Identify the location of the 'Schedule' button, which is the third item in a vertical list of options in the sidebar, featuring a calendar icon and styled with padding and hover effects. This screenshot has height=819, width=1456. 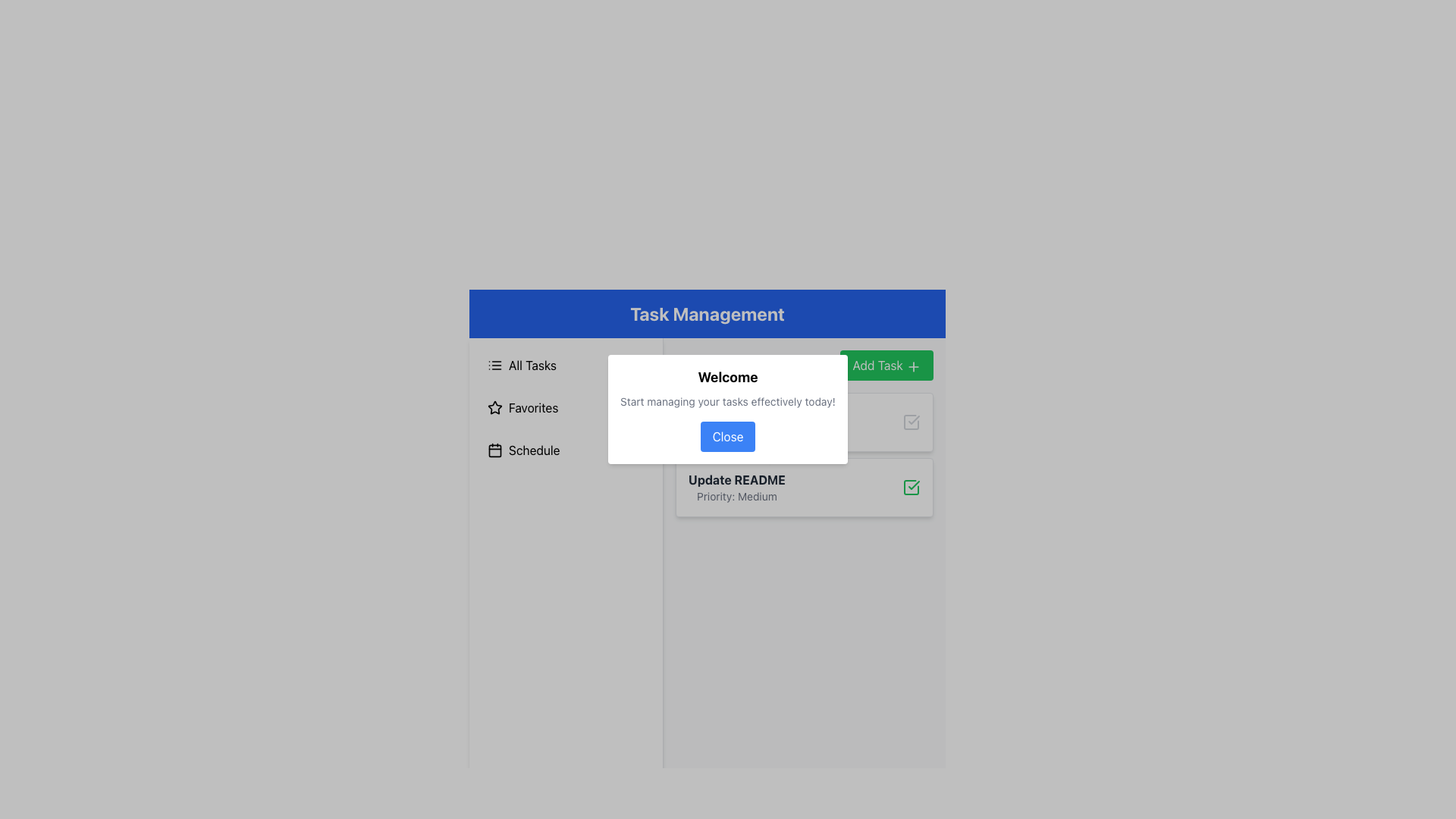
(523, 450).